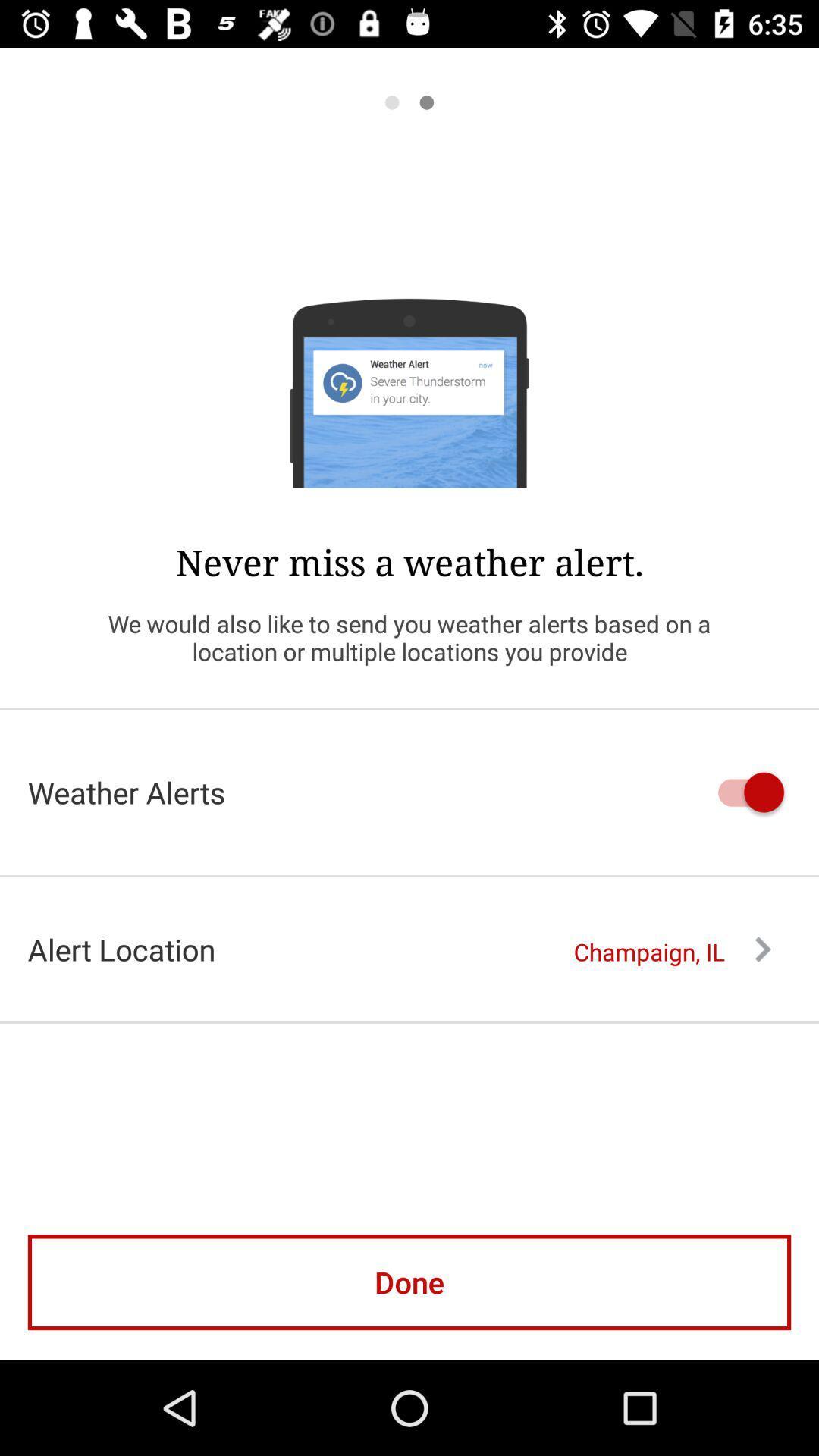 This screenshot has width=819, height=1456. I want to click on champaign, il, so click(671, 951).